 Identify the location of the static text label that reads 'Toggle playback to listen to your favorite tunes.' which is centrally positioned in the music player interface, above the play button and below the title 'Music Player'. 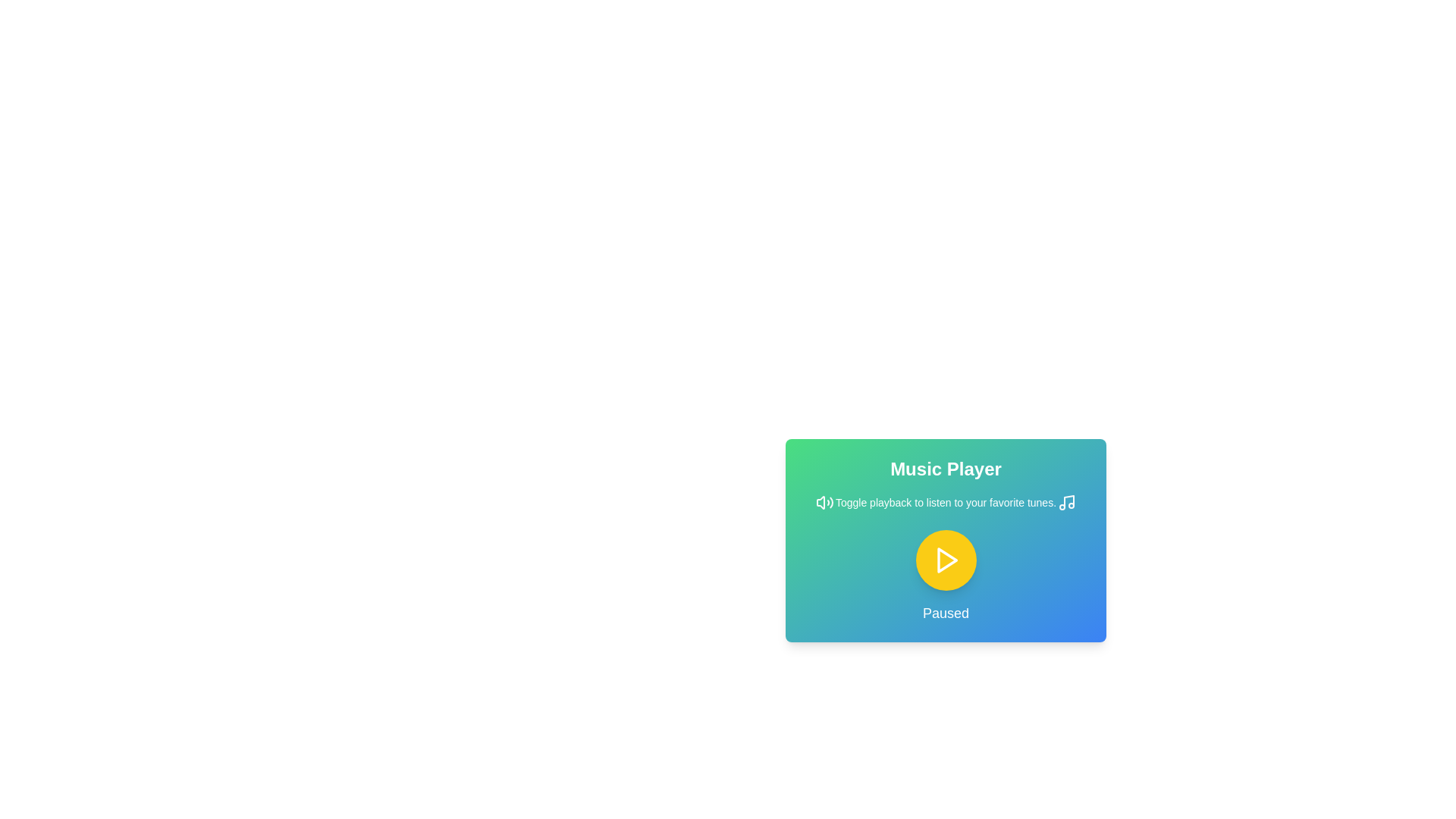
(945, 503).